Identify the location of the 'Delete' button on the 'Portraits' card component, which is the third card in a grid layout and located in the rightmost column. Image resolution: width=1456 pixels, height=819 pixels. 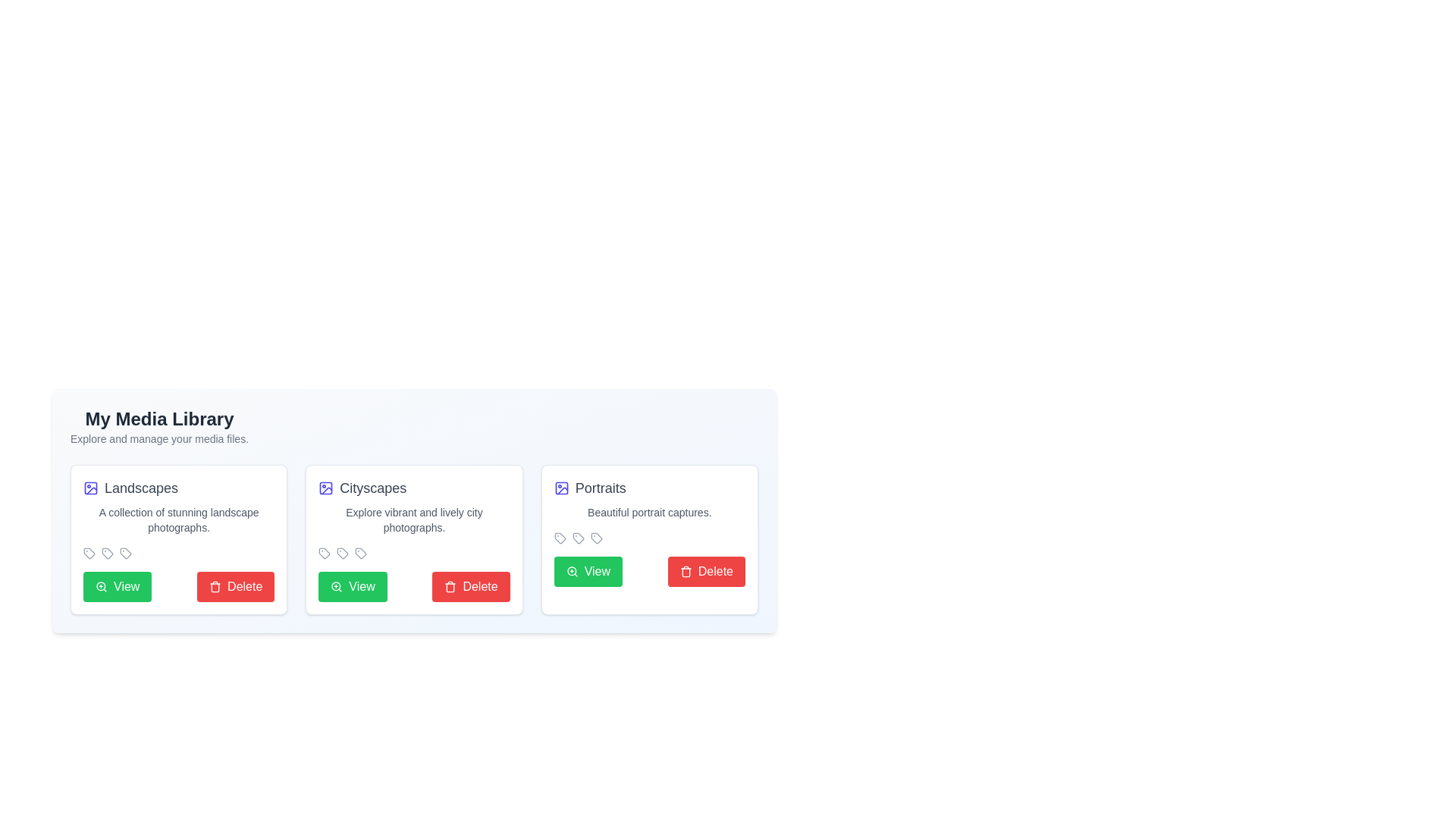
(649, 539).